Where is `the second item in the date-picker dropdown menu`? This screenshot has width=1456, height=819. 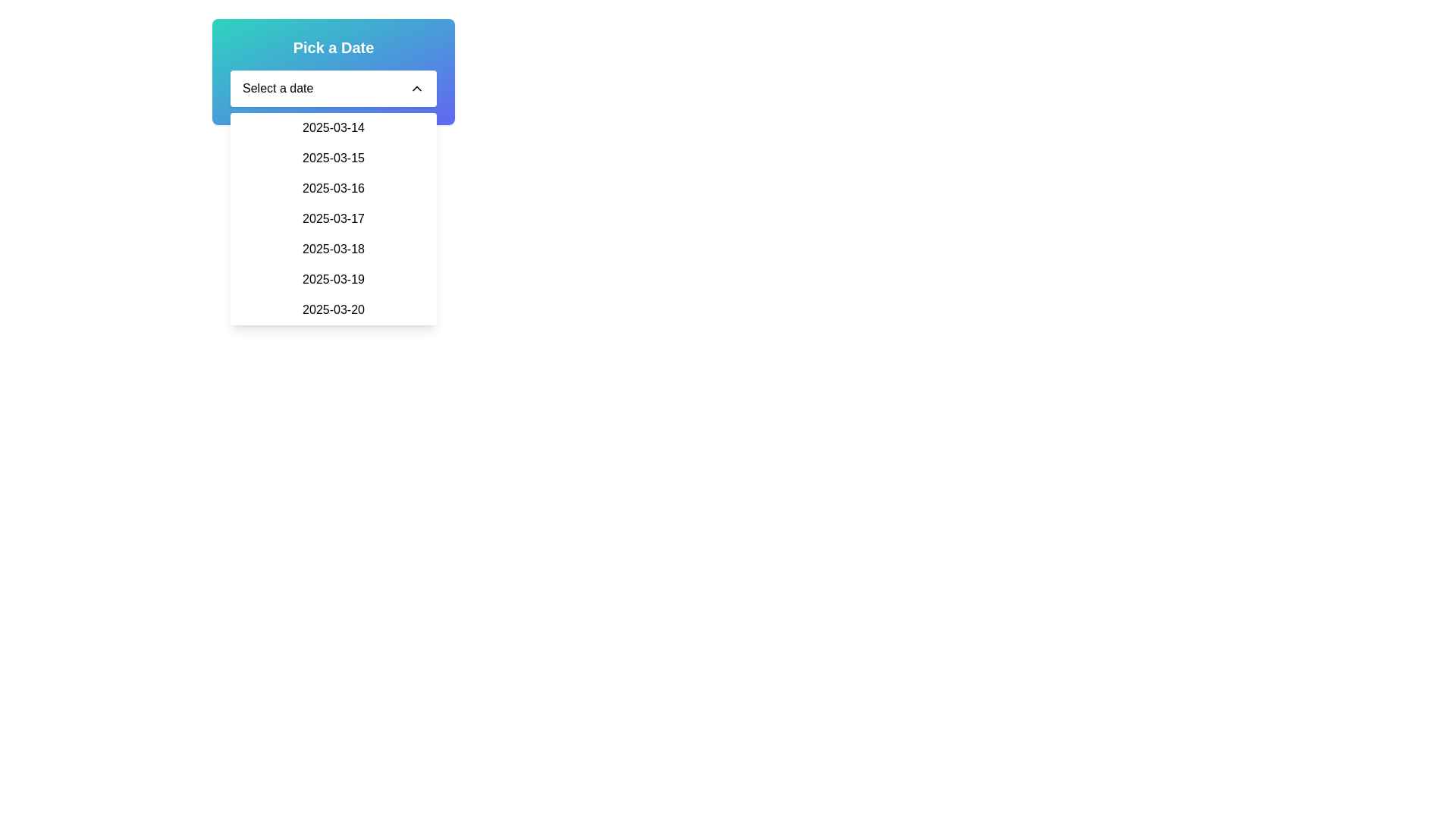 the second item in the date-picker dropdown menu is located at coordinates (333, 158).